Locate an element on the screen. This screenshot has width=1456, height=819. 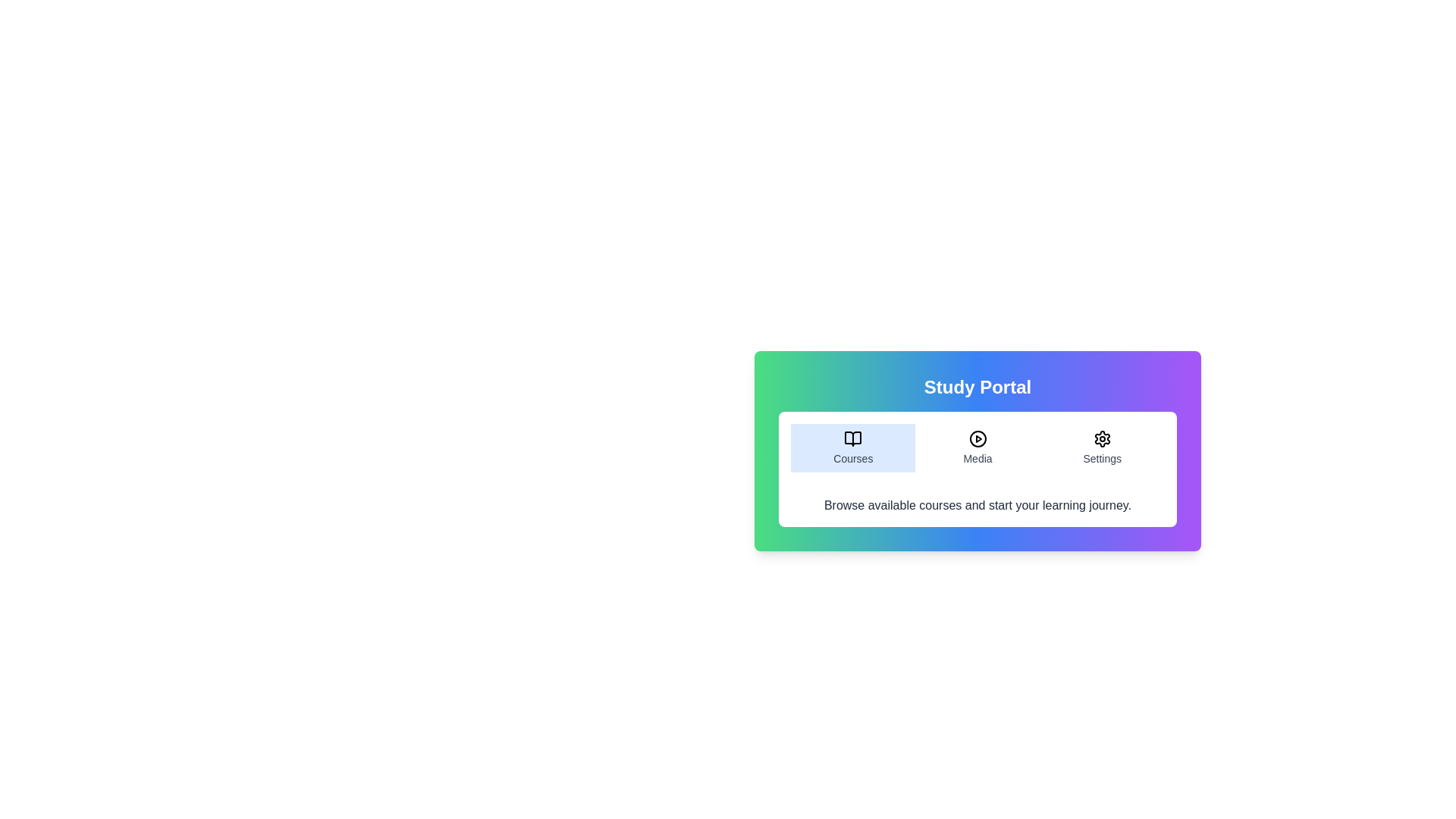
the Media tab is located at coordinates (977, 447).